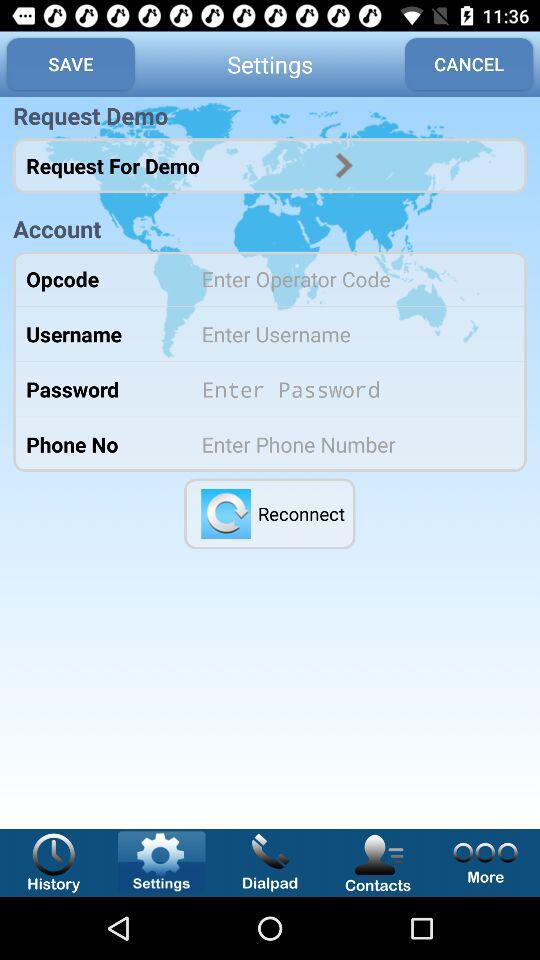 The height and width of the screenshot is (960, 540). What do you see at coordinates (350, 444) in the screenshot?
I see `number icon` at bounding box center [350, 444].